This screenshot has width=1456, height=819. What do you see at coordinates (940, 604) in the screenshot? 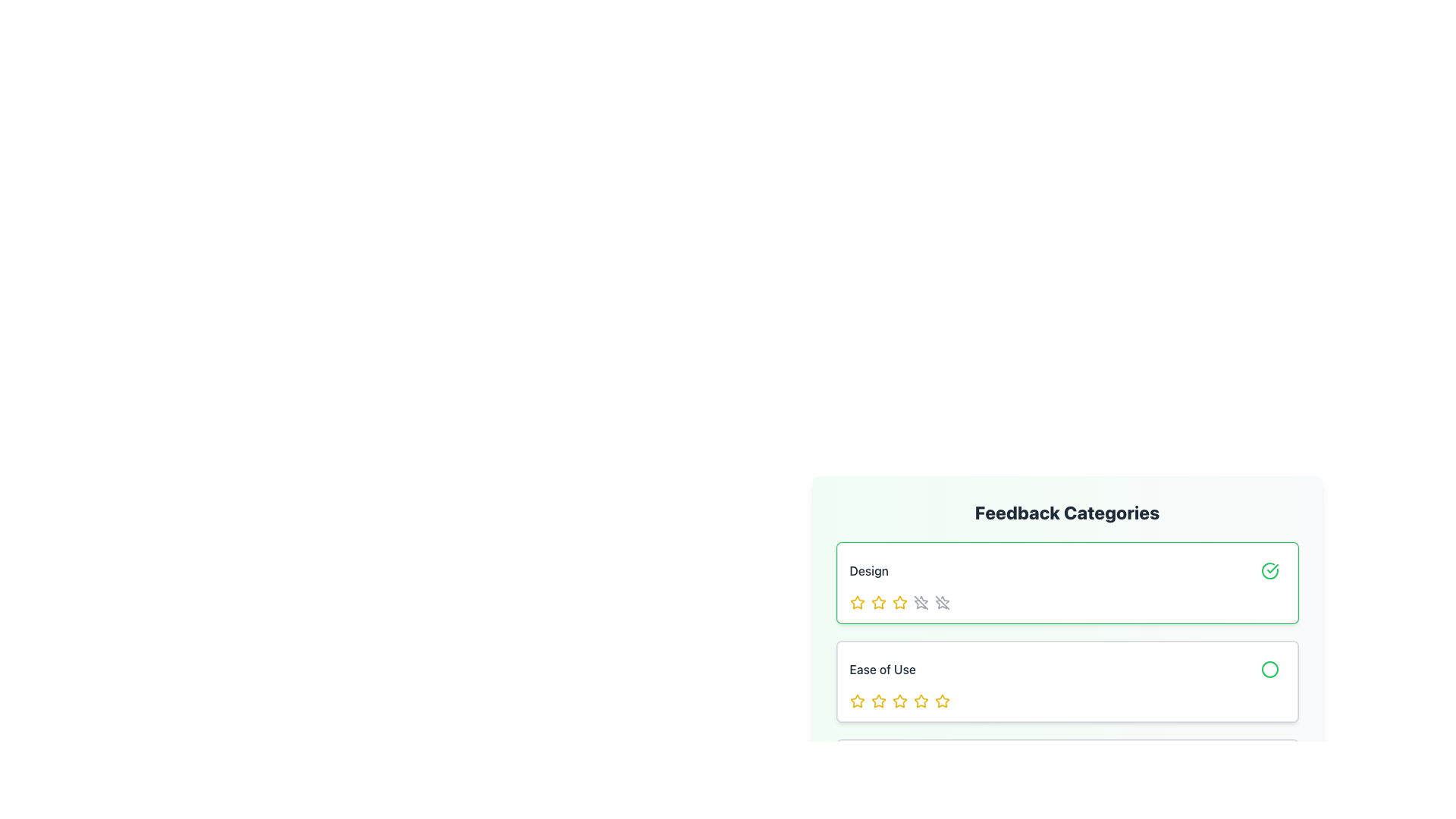
I see `the fourth star icon in the 'Design' feedback rating system, which serves as a placeholder for feedback` at bounding box center [940, 604].